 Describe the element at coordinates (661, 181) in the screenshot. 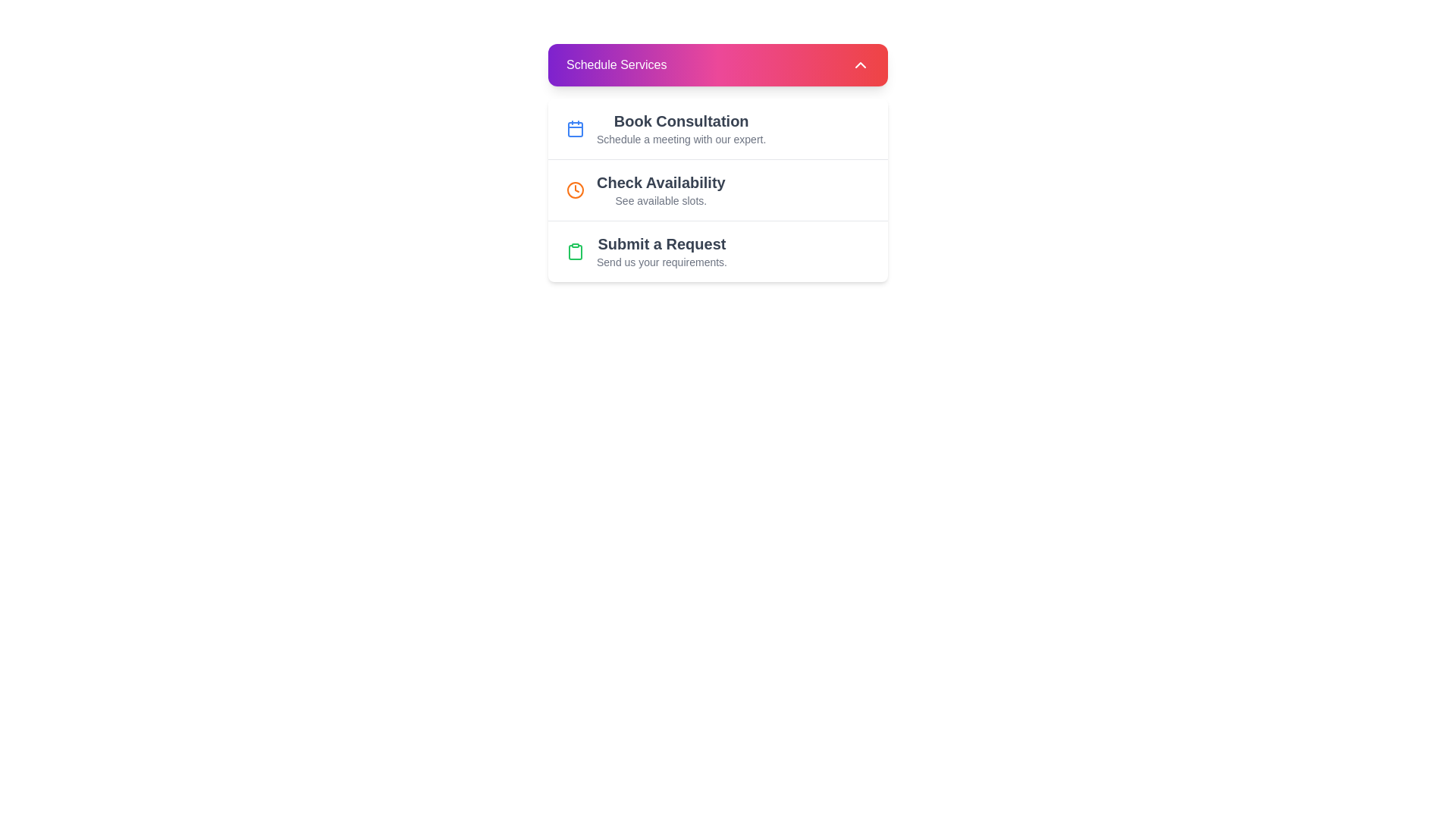

I see `the 'Check Availability' text label, which is the second item in a vertical menu list, styled in a larger bold font and dark gray color` at that location.